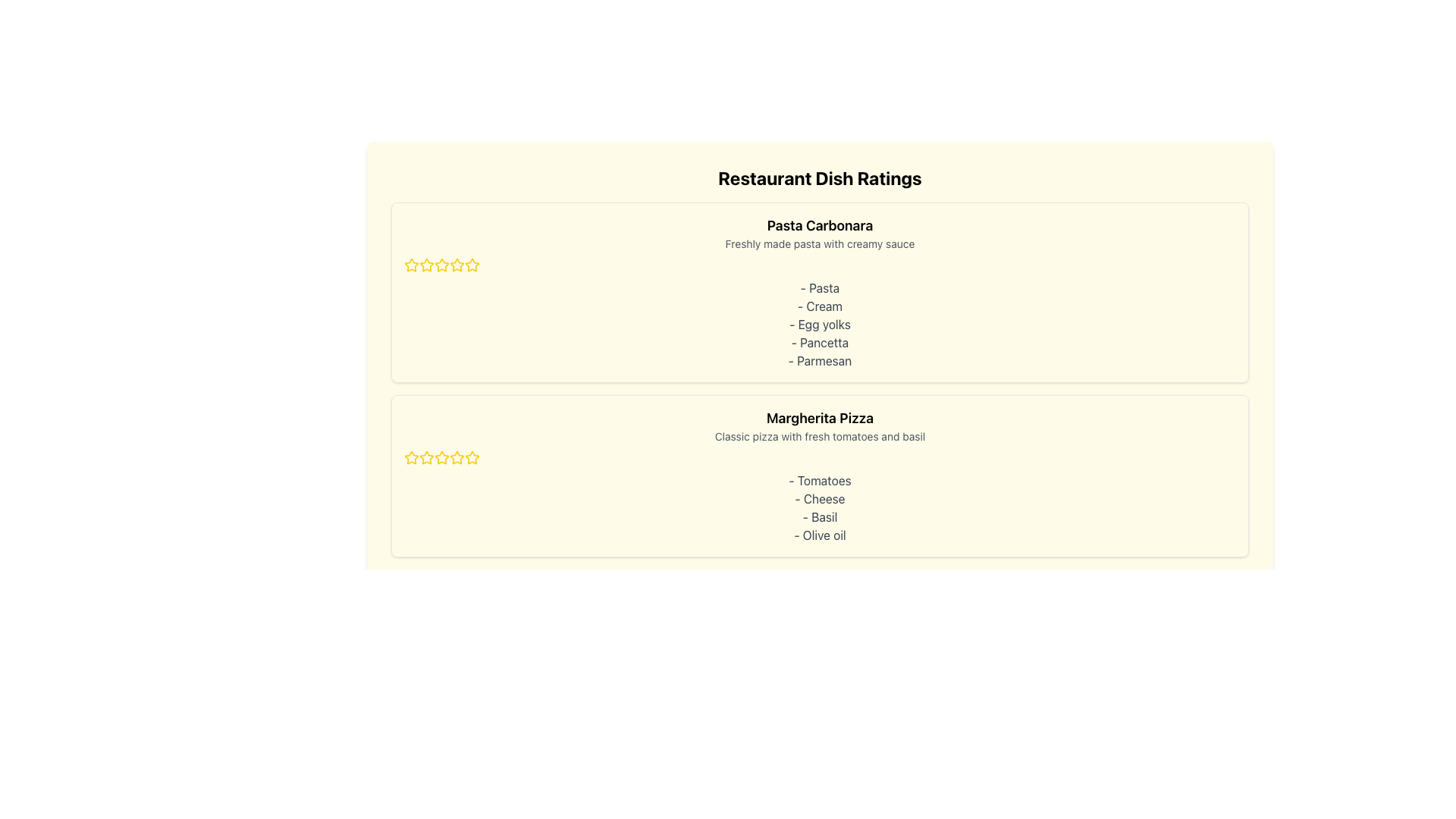  What do you see at coordinates (411, 457) in the screenshot?
I see `the first star in the rating system below the 'Margherita Pizza' section to assign a 1-star rating` at bounding box center [411, 457].